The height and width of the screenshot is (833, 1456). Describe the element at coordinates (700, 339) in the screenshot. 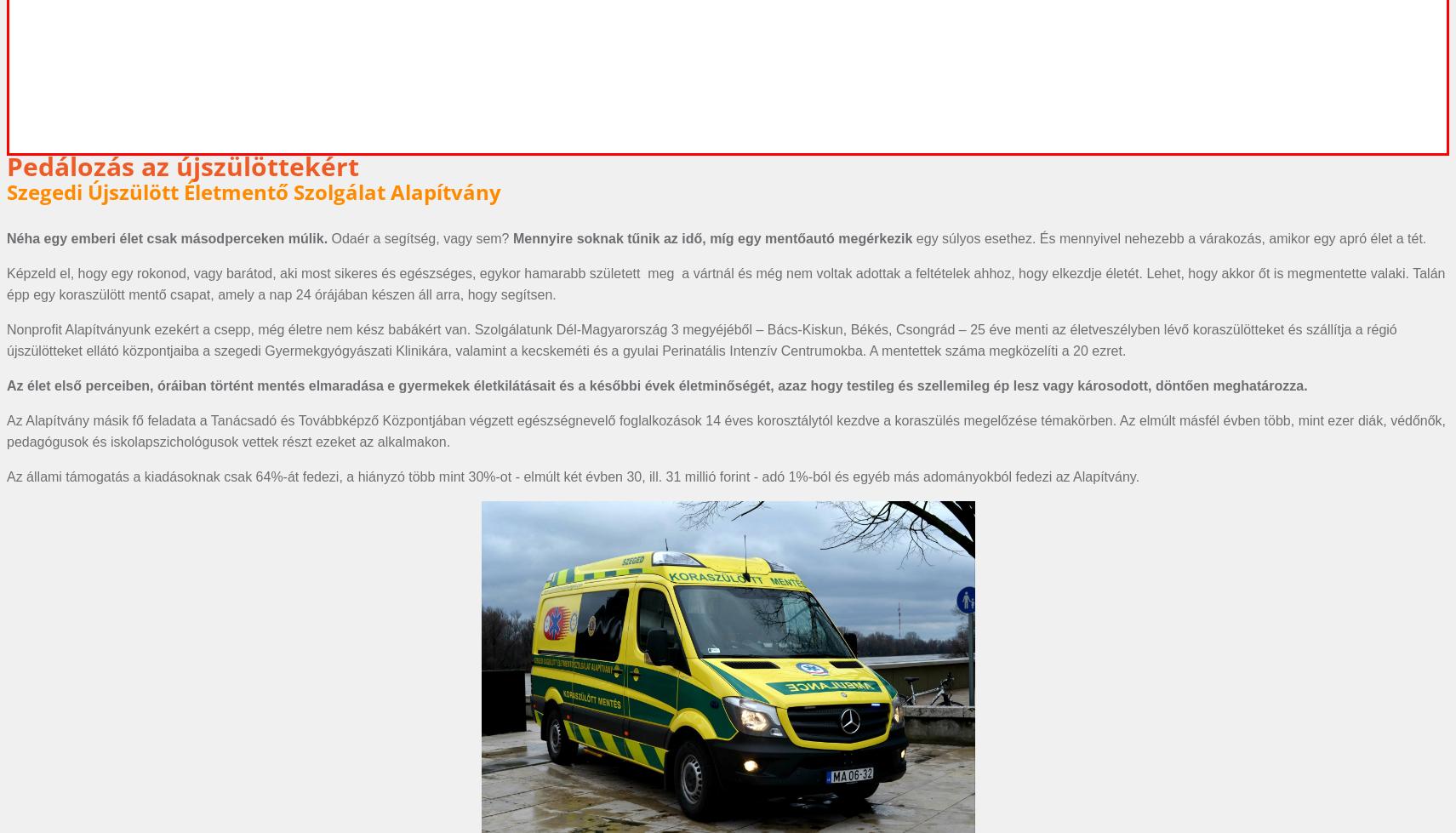

I see `'Nonprofit Alapítványunk ezekért a csepp, még életre nem kész babákért van. Szolgálatunk Dél-Magyarország 3 megyéjéből – Bács-Kiskun, Békés, Csongrád – 25 éve menti az életveszélyben lévő koraszülötteket és szállítja a régió újszülötteket ellátó központjaiba a szegedi Gyermekgyógyászati Klinikára, valamint a kecskeméti és a gyulai Perinatális Intenzív Centrumokba. A mentettek száma megközelíti a 20 ezret.'` at that location.